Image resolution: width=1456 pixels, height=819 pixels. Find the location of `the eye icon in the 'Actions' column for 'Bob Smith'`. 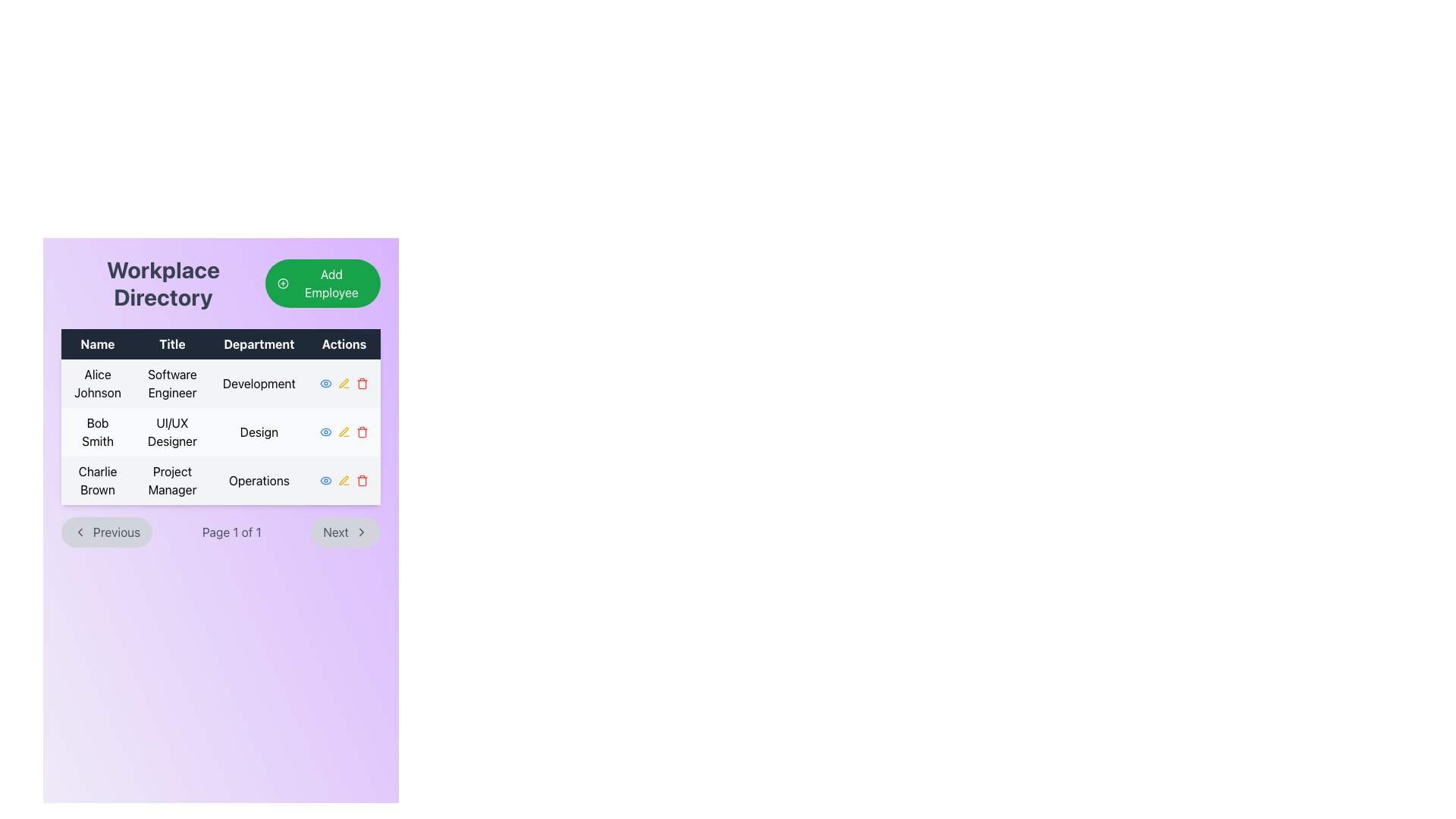

the eye icon in the 'Actions' column for 'Bob Smith' is located at coordinates (325, 382).